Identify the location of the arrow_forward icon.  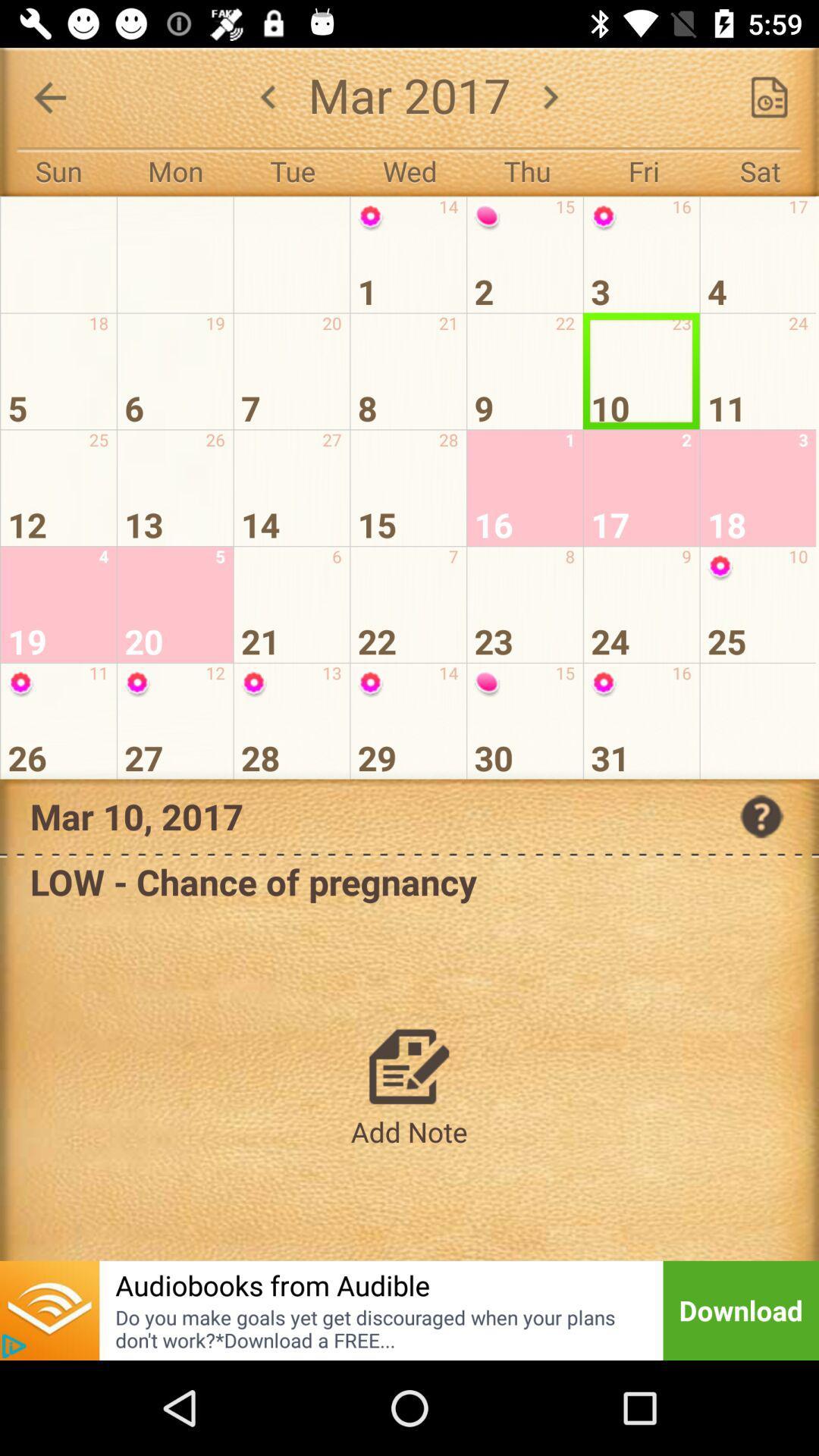
(550, 96).